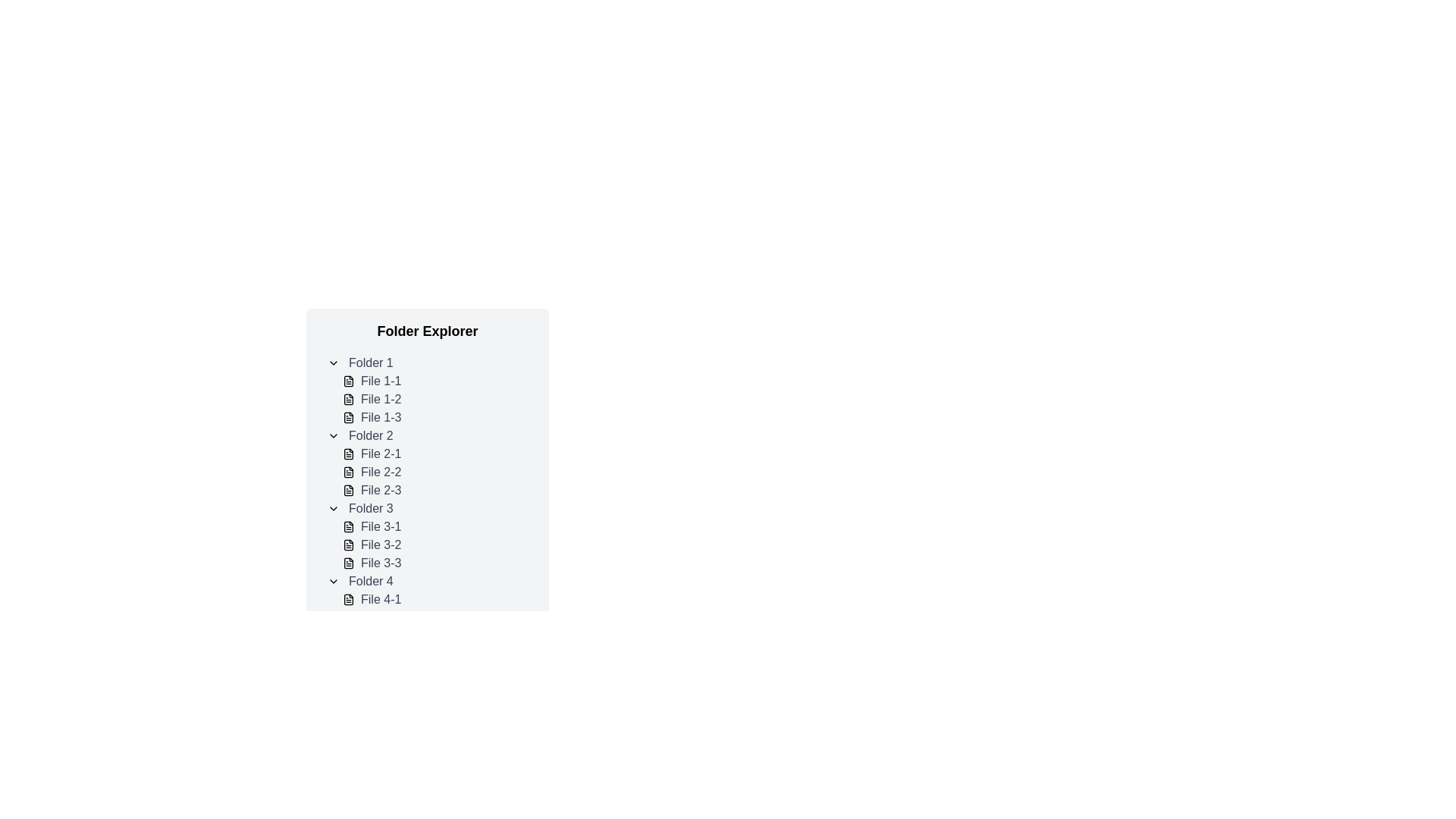  What do you see at coordinates (436, 418) in the screenshot?
I see `the file 'File 1-3'` at bounding box center [436, 418].